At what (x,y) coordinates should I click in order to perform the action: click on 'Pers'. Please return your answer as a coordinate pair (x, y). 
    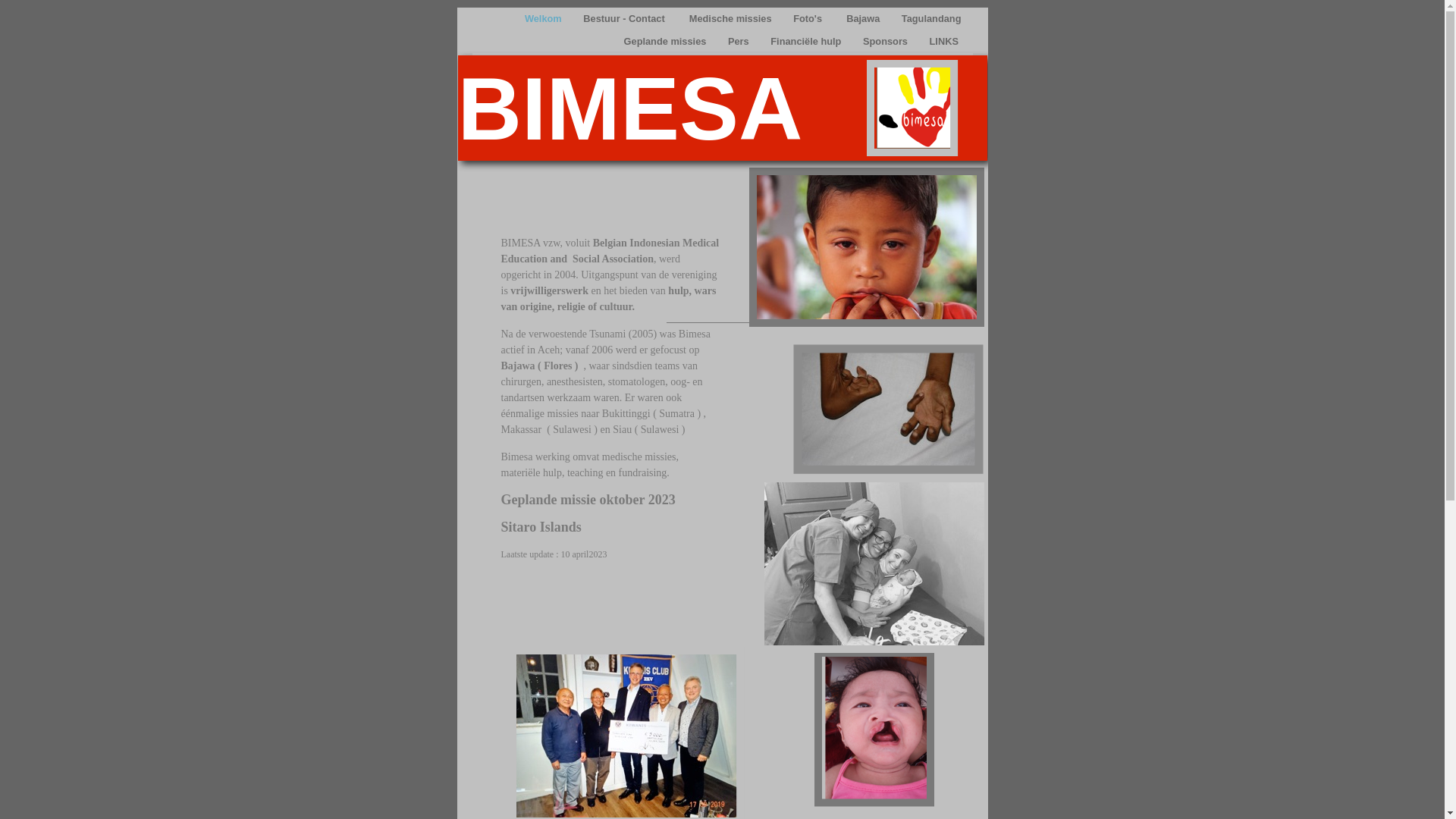
    Looking at the image, I should click on (739, 40).